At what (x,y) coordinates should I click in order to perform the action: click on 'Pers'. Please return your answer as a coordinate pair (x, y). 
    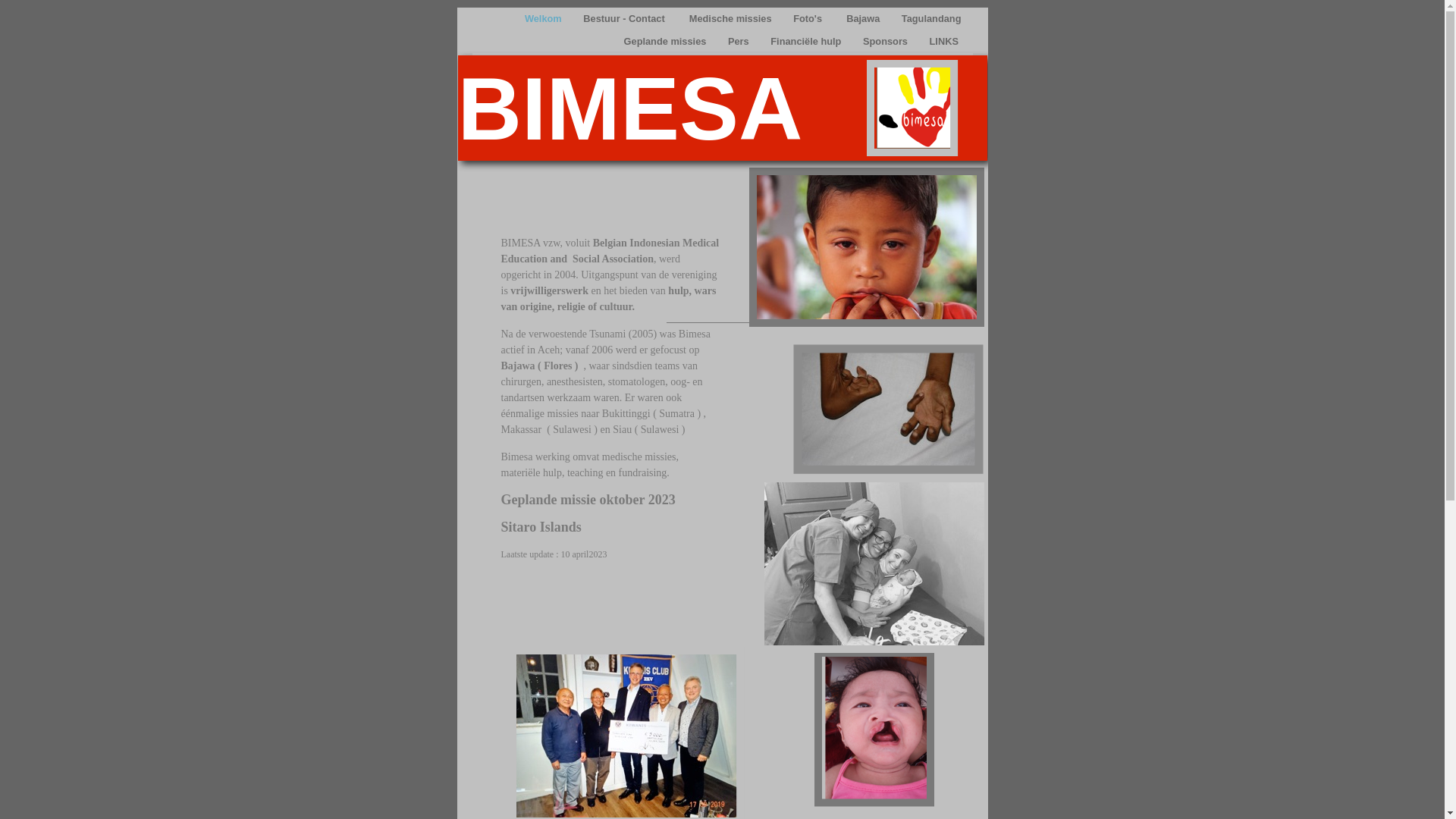
    Looking at the image, I should click on (739, 40).